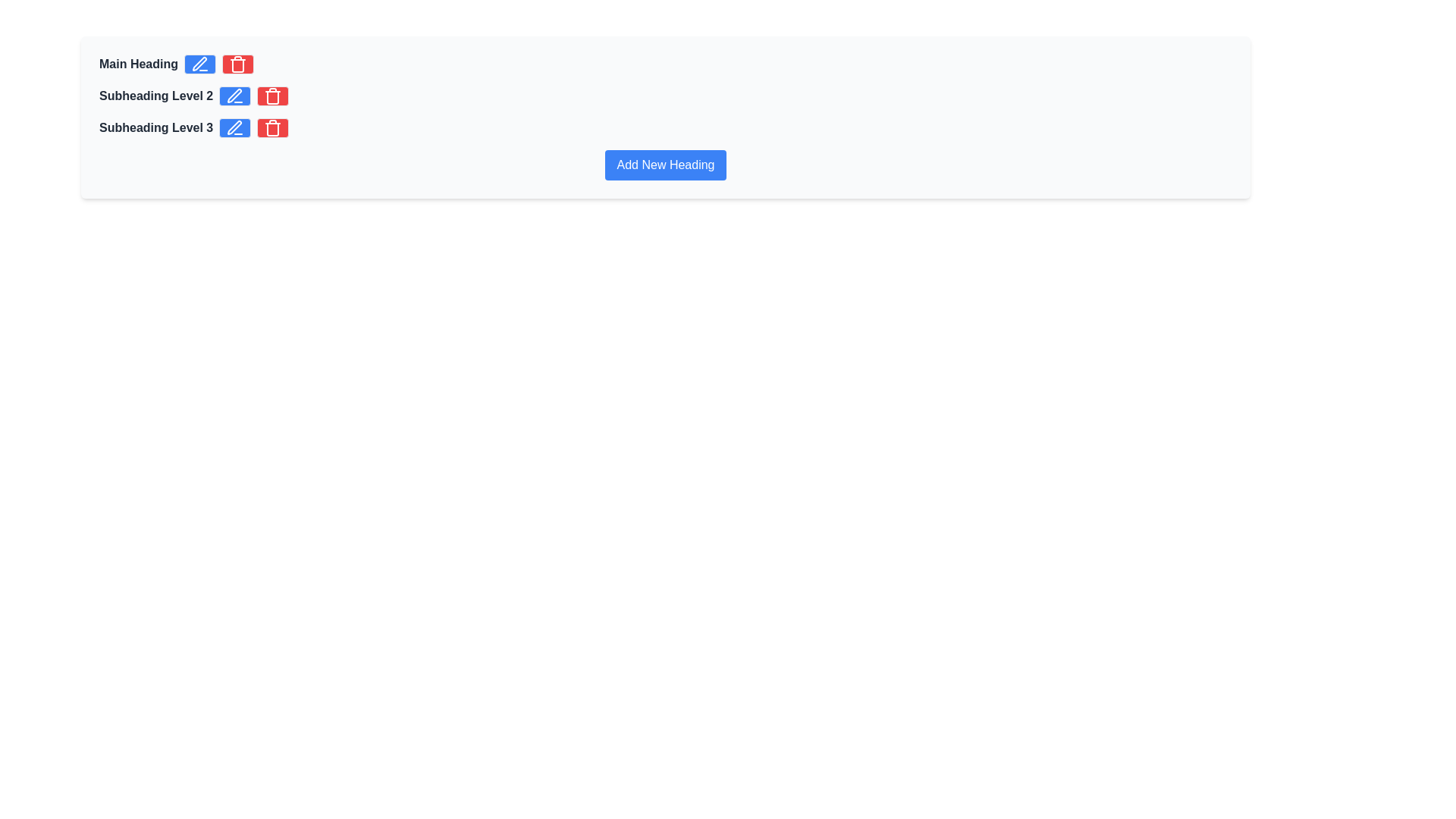  What do you see at coordinates (199, 63) in the screenshot?
I see `the editing tool icon` at bounding box center [199, 63].